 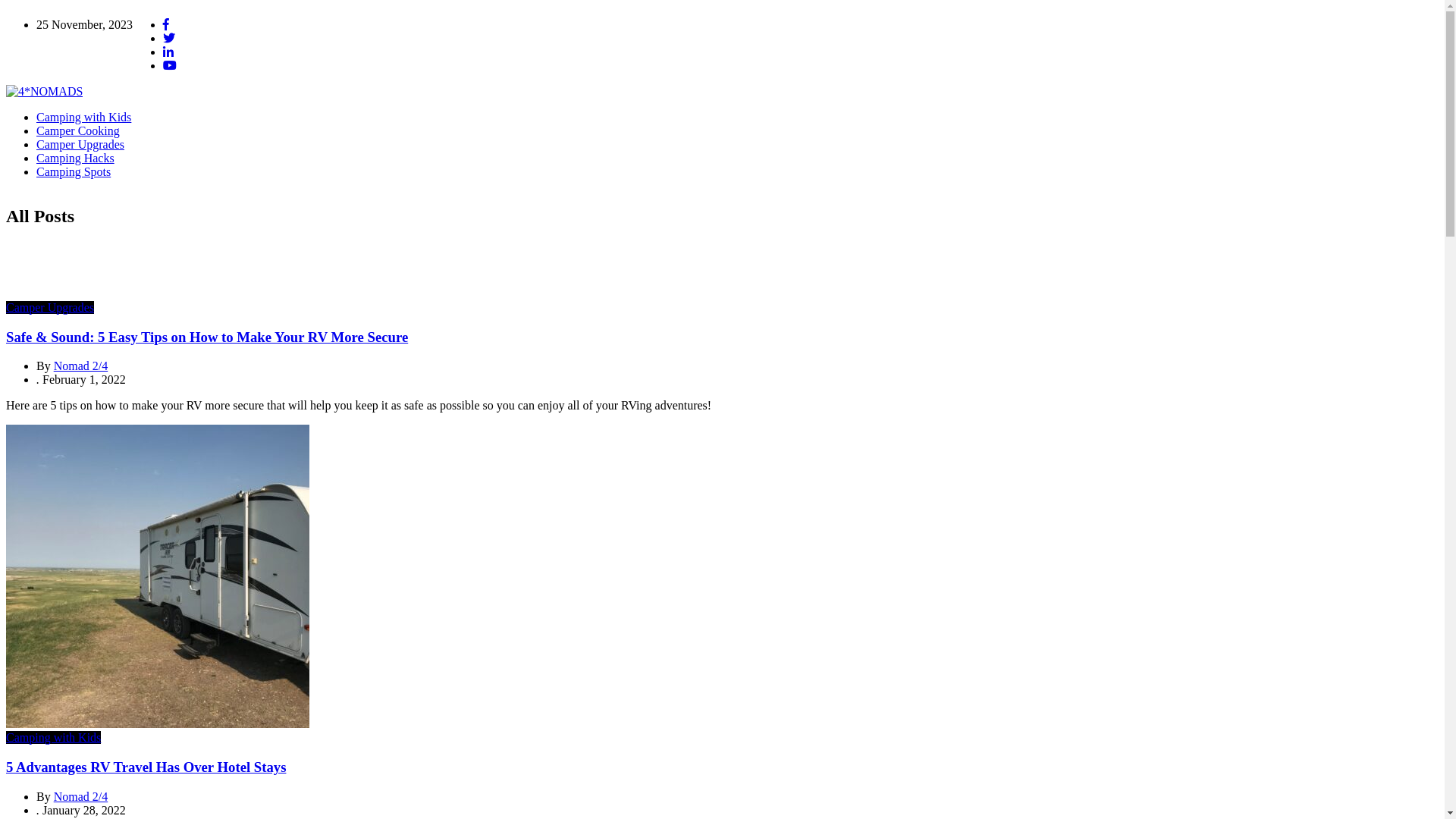 I want to click on '5 Advantages RV Travel Has Over Hotel Stays', so click(x=146, y=767).